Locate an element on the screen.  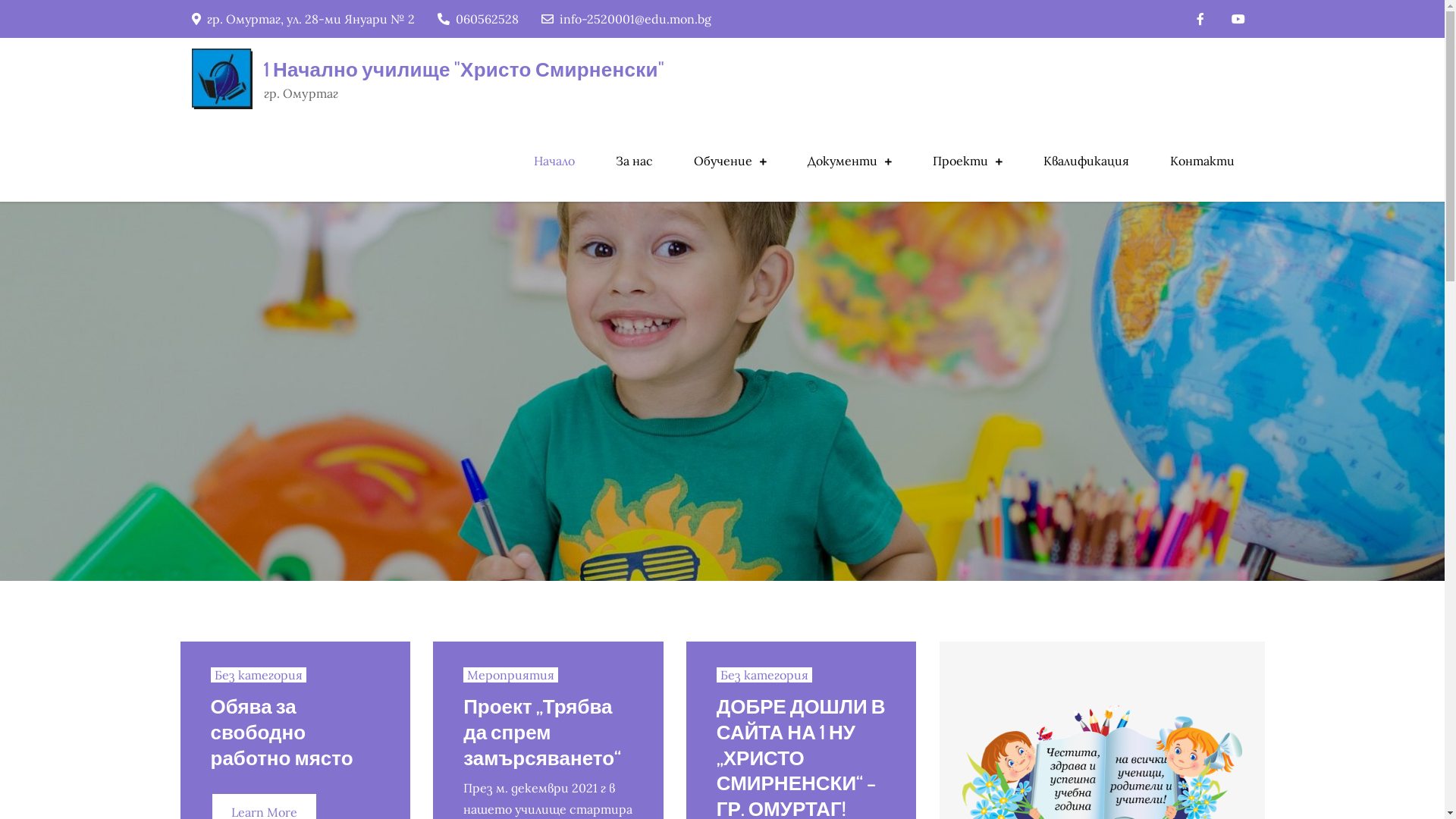
'060562528' is located at coordinates (476, 18).